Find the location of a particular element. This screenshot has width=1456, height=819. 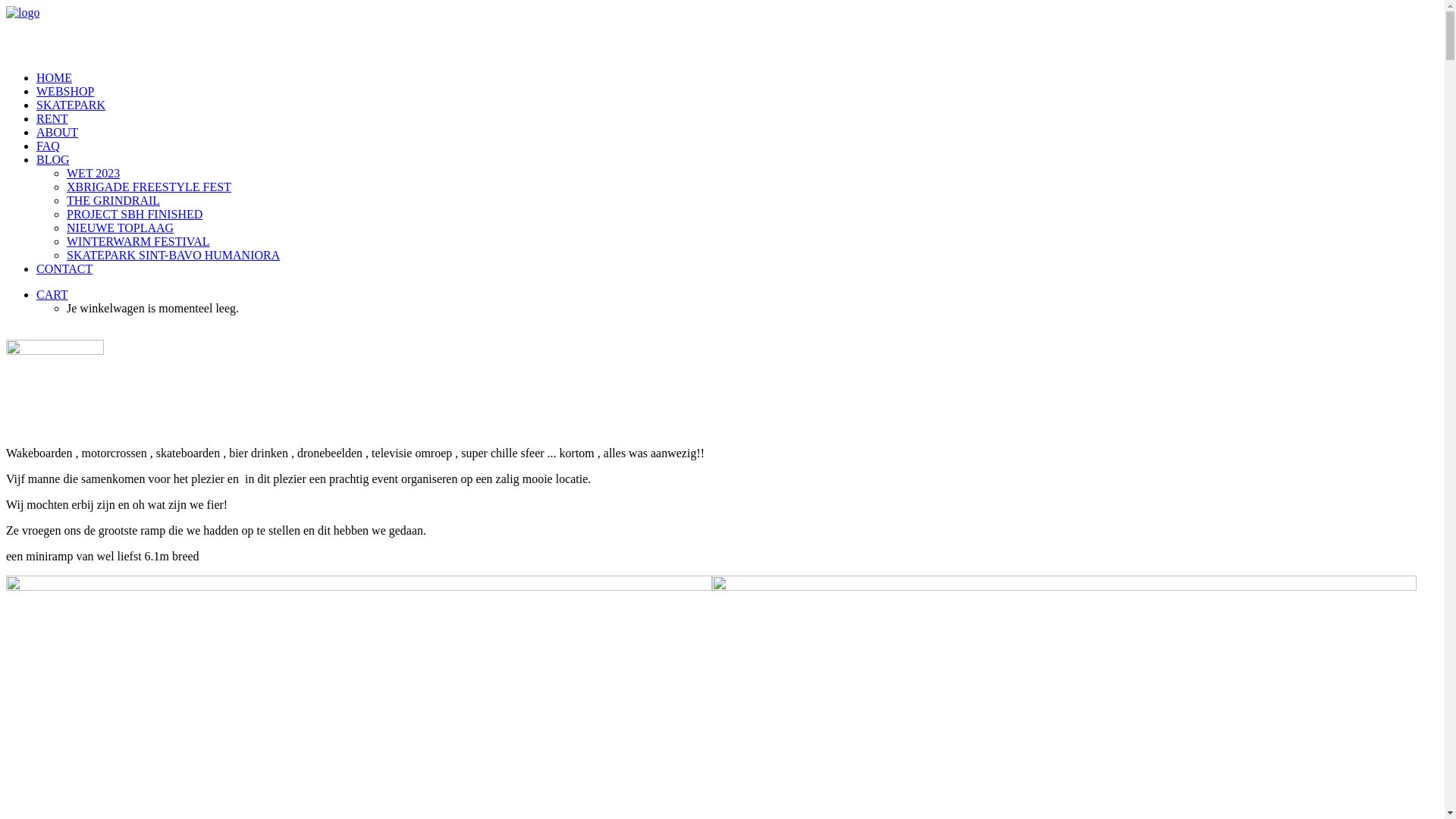

'HOME' is located at coordinates (54, 77).